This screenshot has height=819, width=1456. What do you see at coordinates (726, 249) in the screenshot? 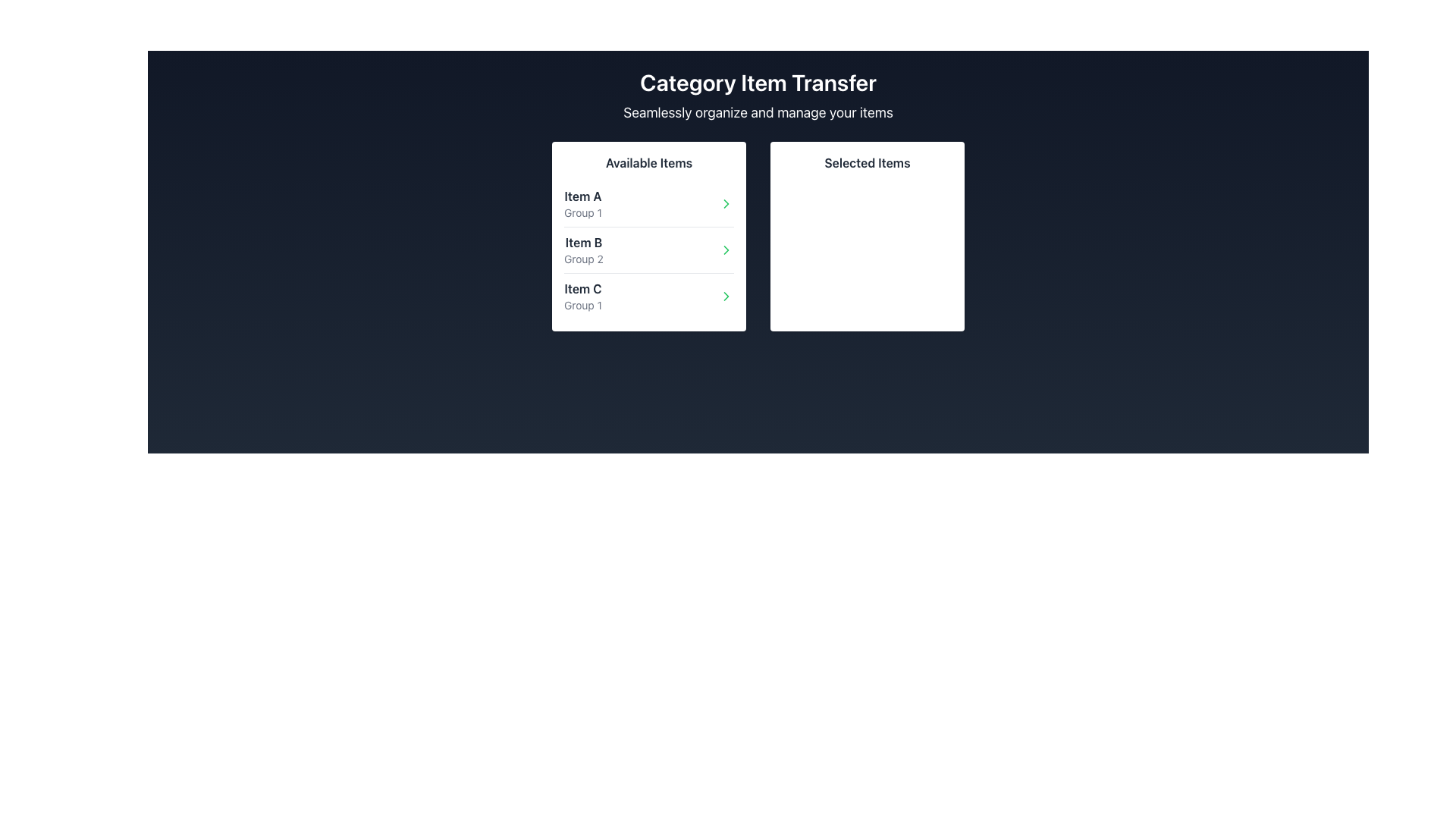
I see `the interactive Chevron Icon located to the right of 'Item B Group 2' in the 'Available Items' section` at bounding box center [726, 249].